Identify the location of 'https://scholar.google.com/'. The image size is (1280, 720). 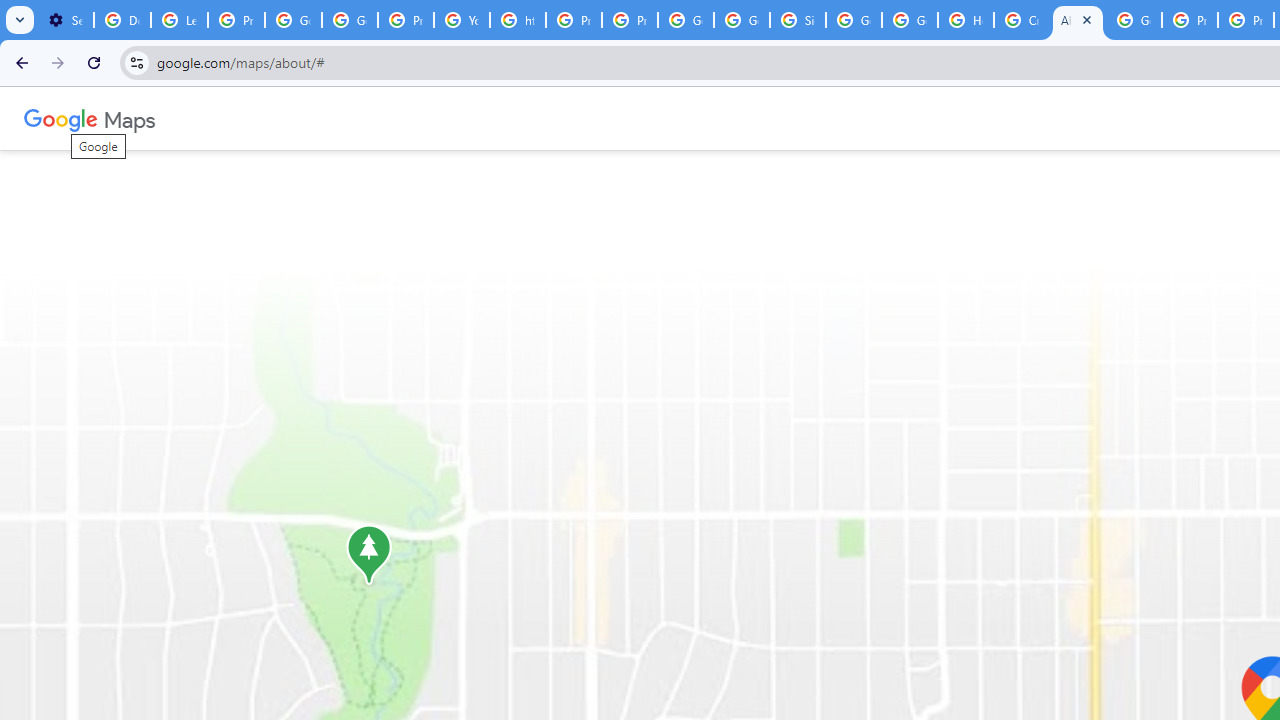
(518, 20).